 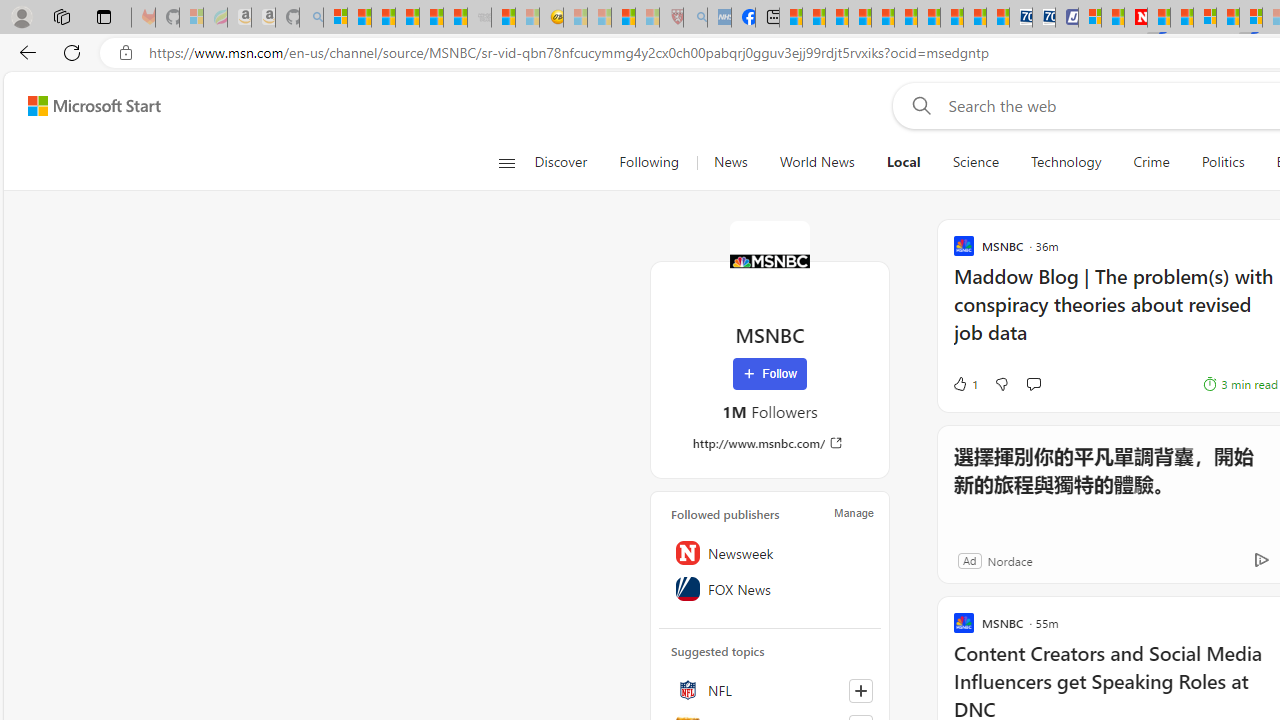 I want to click on 'Combat Siege - Sleeping', so click(x=480, y=17).